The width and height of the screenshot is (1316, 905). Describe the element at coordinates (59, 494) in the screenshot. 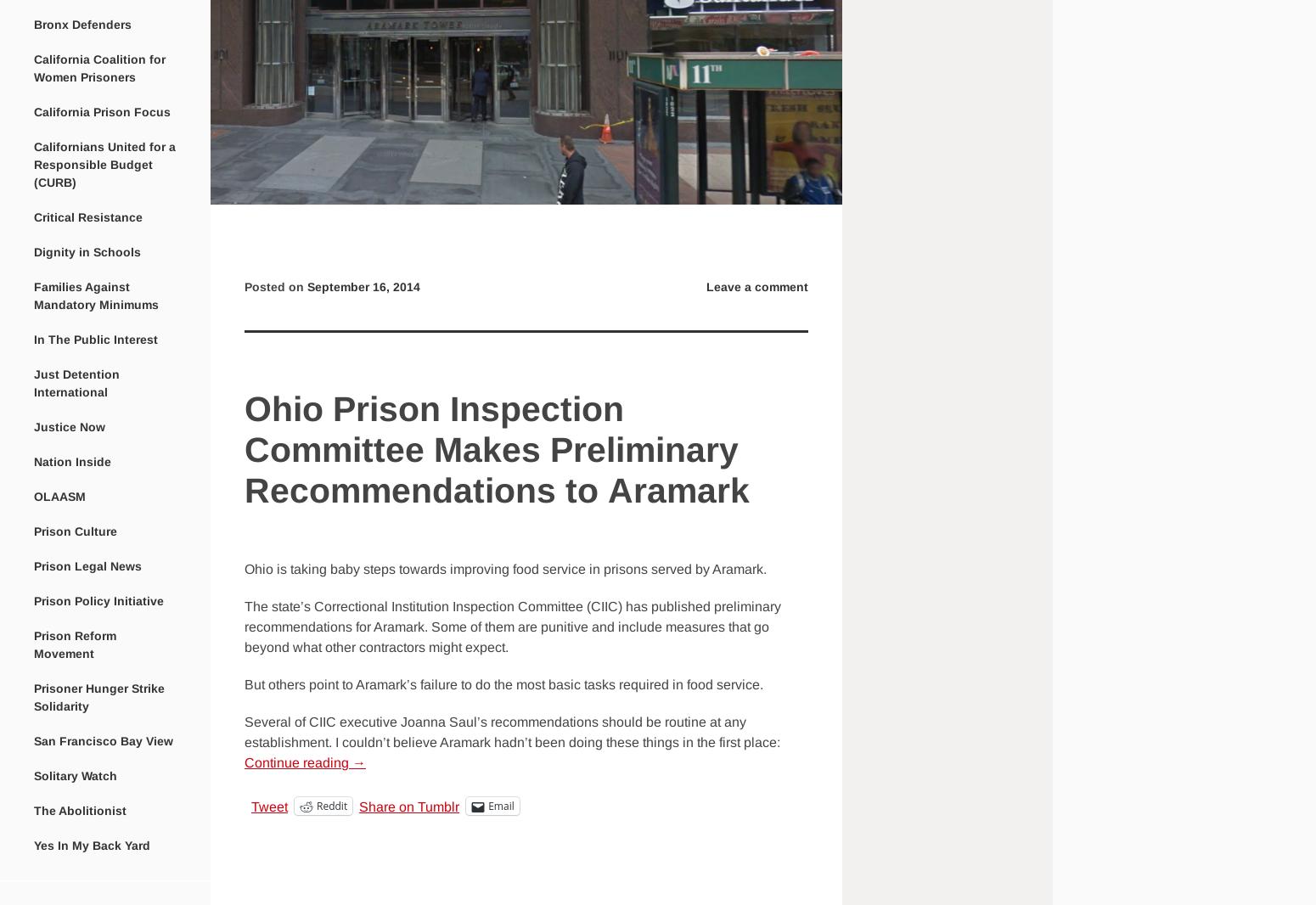

I see `'OLAASM'` at that location.